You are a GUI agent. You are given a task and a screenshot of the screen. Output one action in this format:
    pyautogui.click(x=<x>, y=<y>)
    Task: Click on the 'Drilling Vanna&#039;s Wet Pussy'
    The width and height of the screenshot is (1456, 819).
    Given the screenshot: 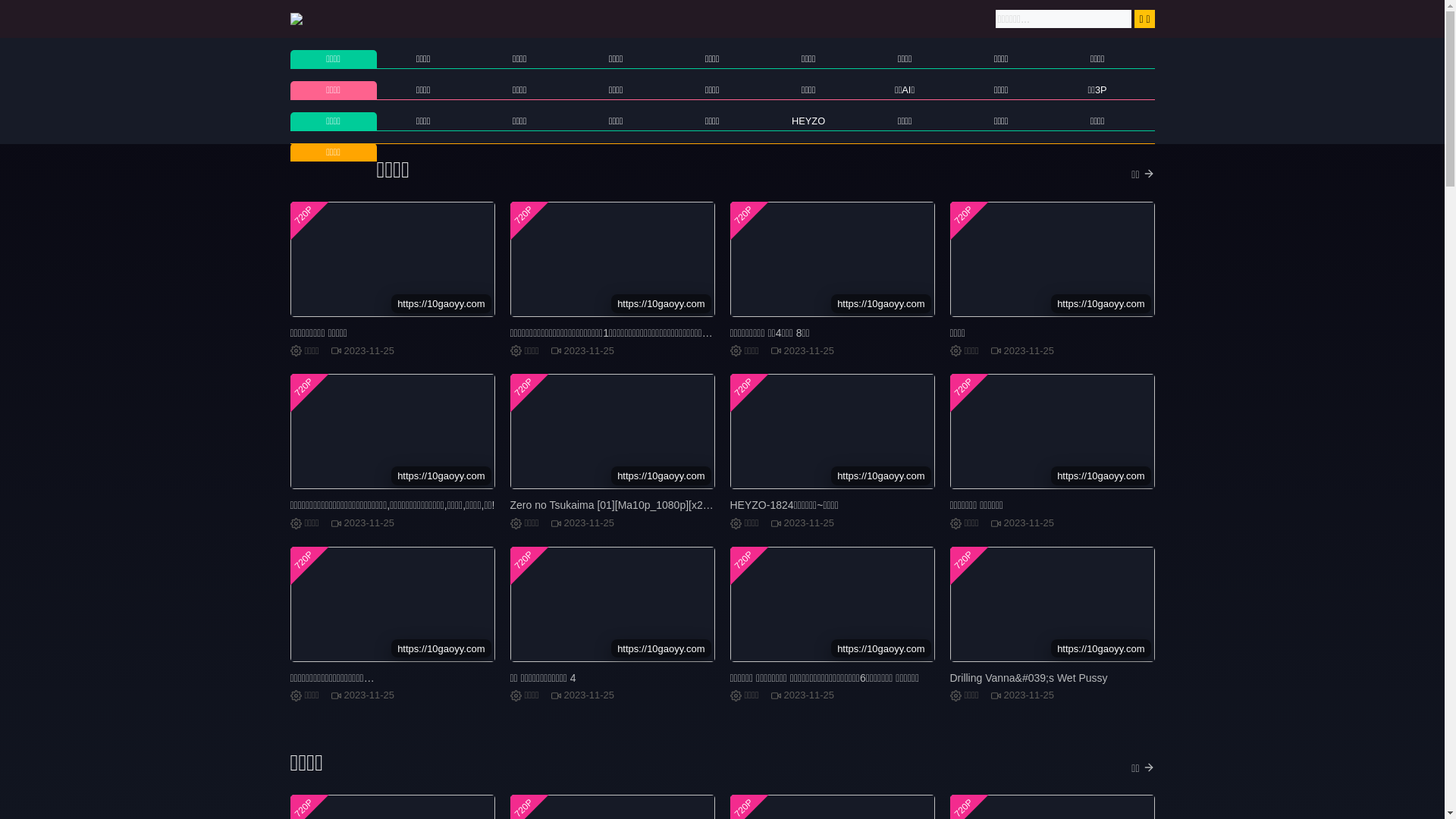 What is the action you would take?
    pyautogui.click(x=949, y=677)
    